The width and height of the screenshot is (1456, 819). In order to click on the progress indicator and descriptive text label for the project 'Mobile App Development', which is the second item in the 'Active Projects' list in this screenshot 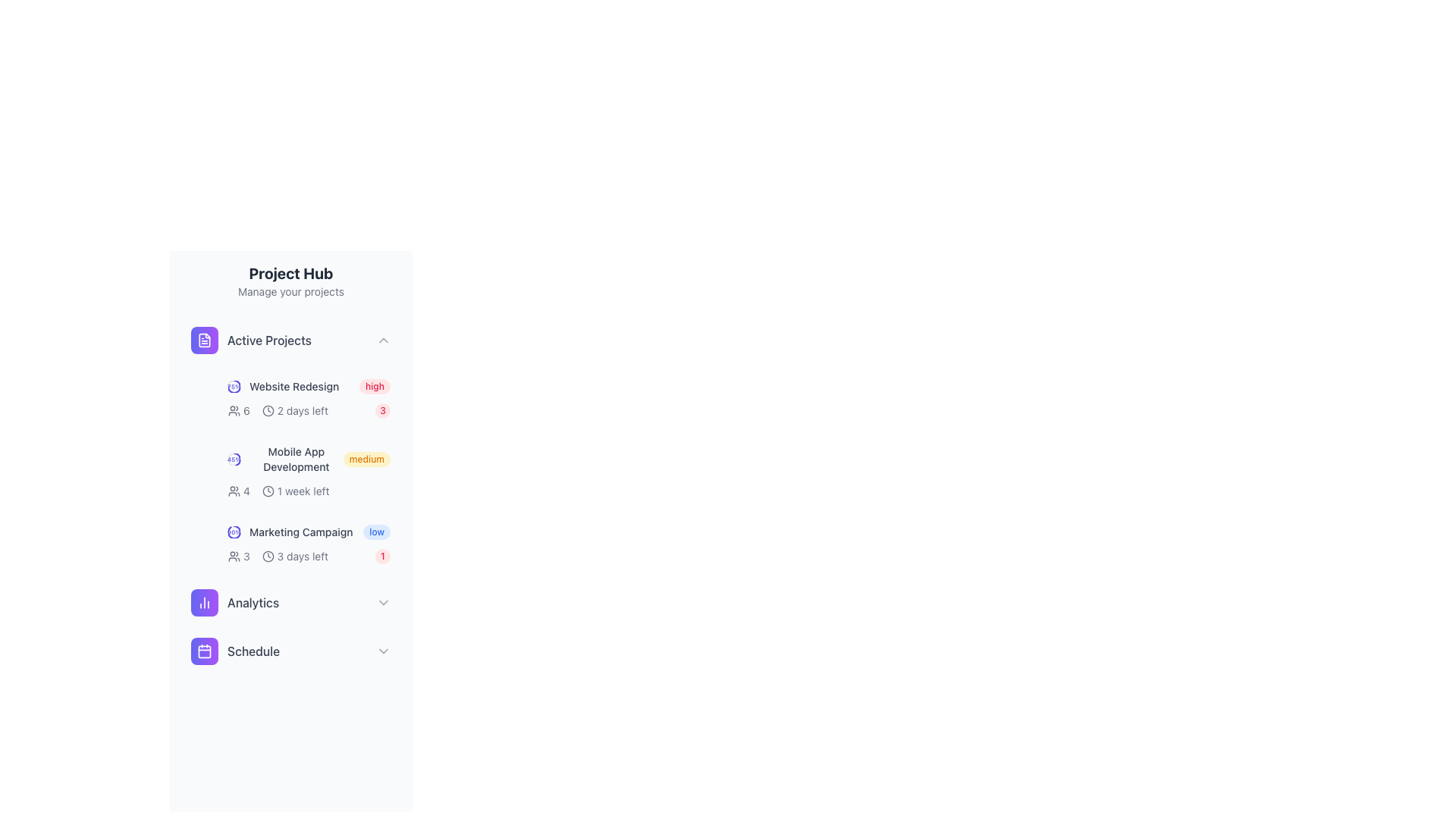, I will do `click(285, 458)`.